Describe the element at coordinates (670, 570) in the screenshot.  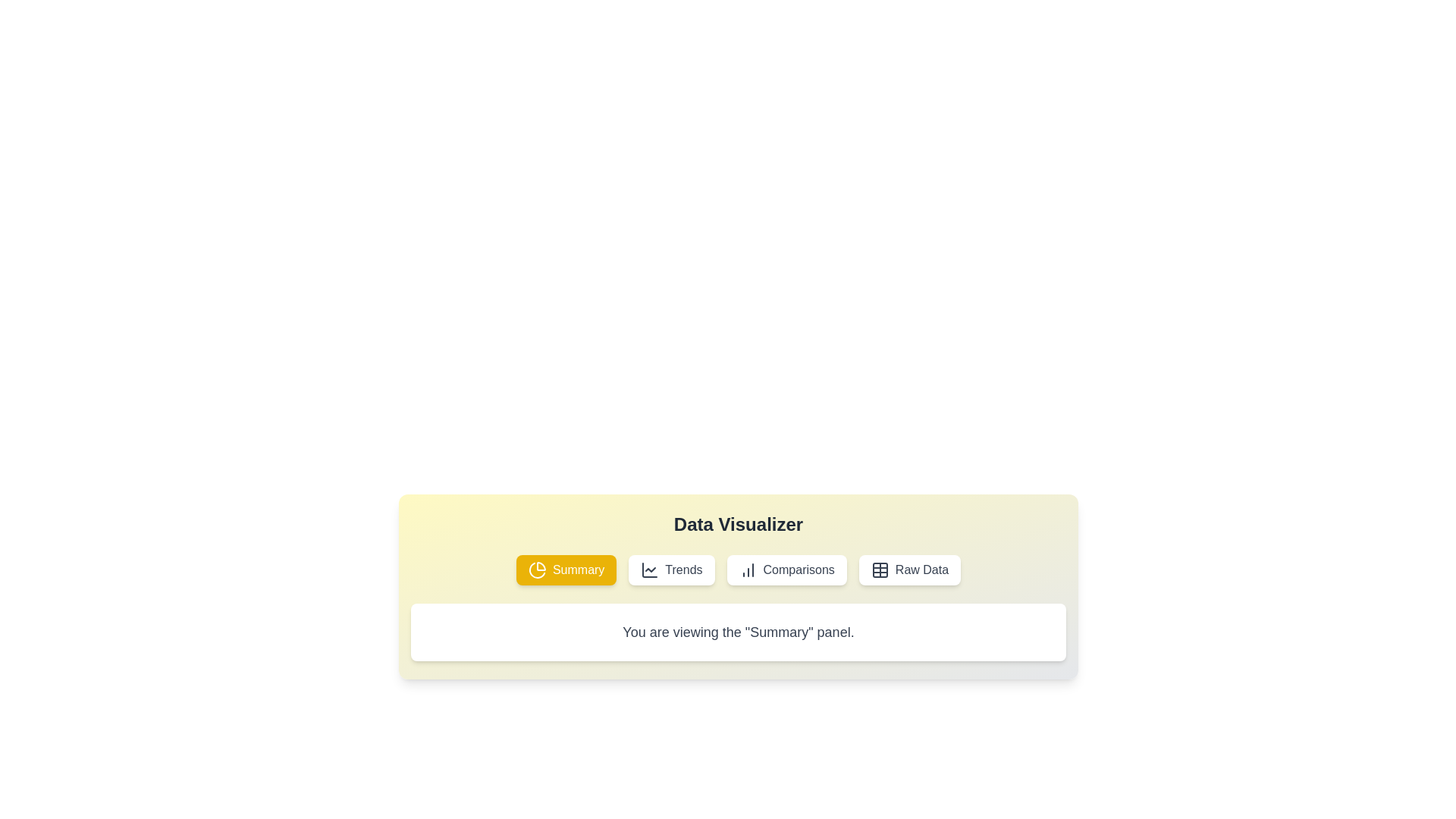
I see `the rectangular button labeled 'Trends' with a white background and gray text` at that location.